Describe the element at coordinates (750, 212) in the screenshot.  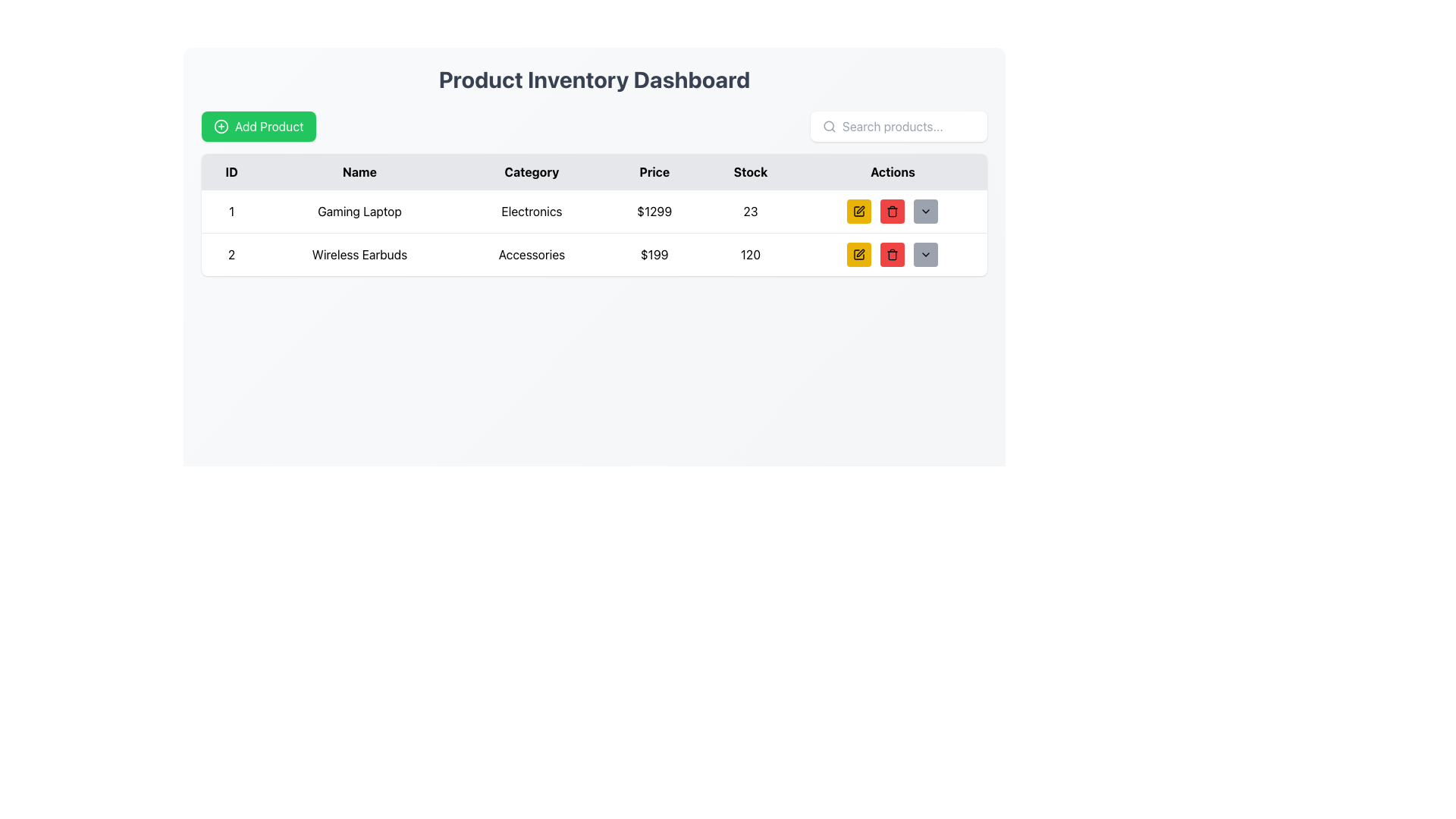
I see `displayed information from the centered text showing the number '23' in the 'Stock' column for the 'Gaming Laptop' product` at that location.